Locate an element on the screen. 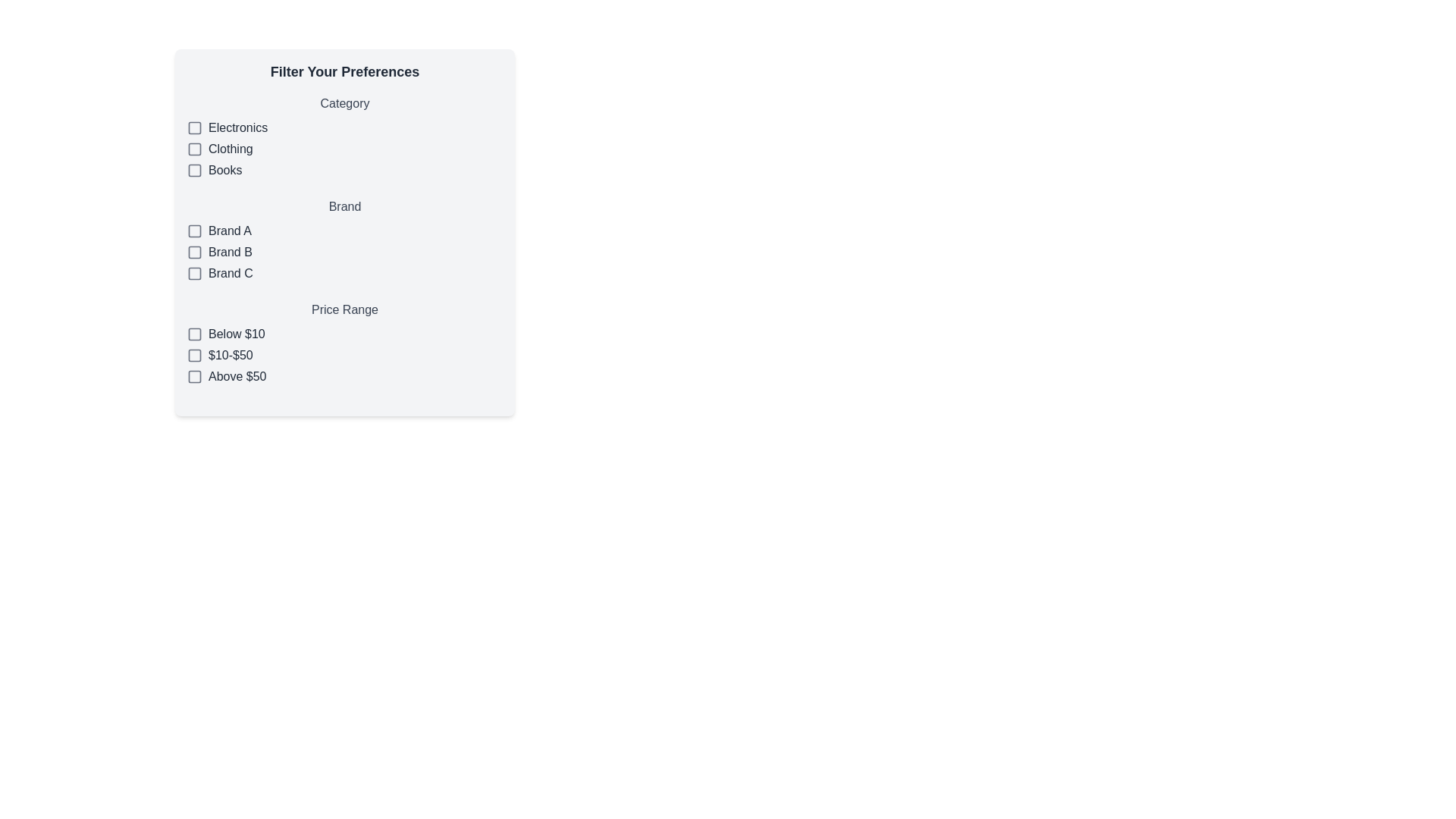 Image resolution: width=1456 pixels, height=819 pixels. the first checkbox labeled 'Brand A' under the 'Brand' section is located at coordinates (344, 231).